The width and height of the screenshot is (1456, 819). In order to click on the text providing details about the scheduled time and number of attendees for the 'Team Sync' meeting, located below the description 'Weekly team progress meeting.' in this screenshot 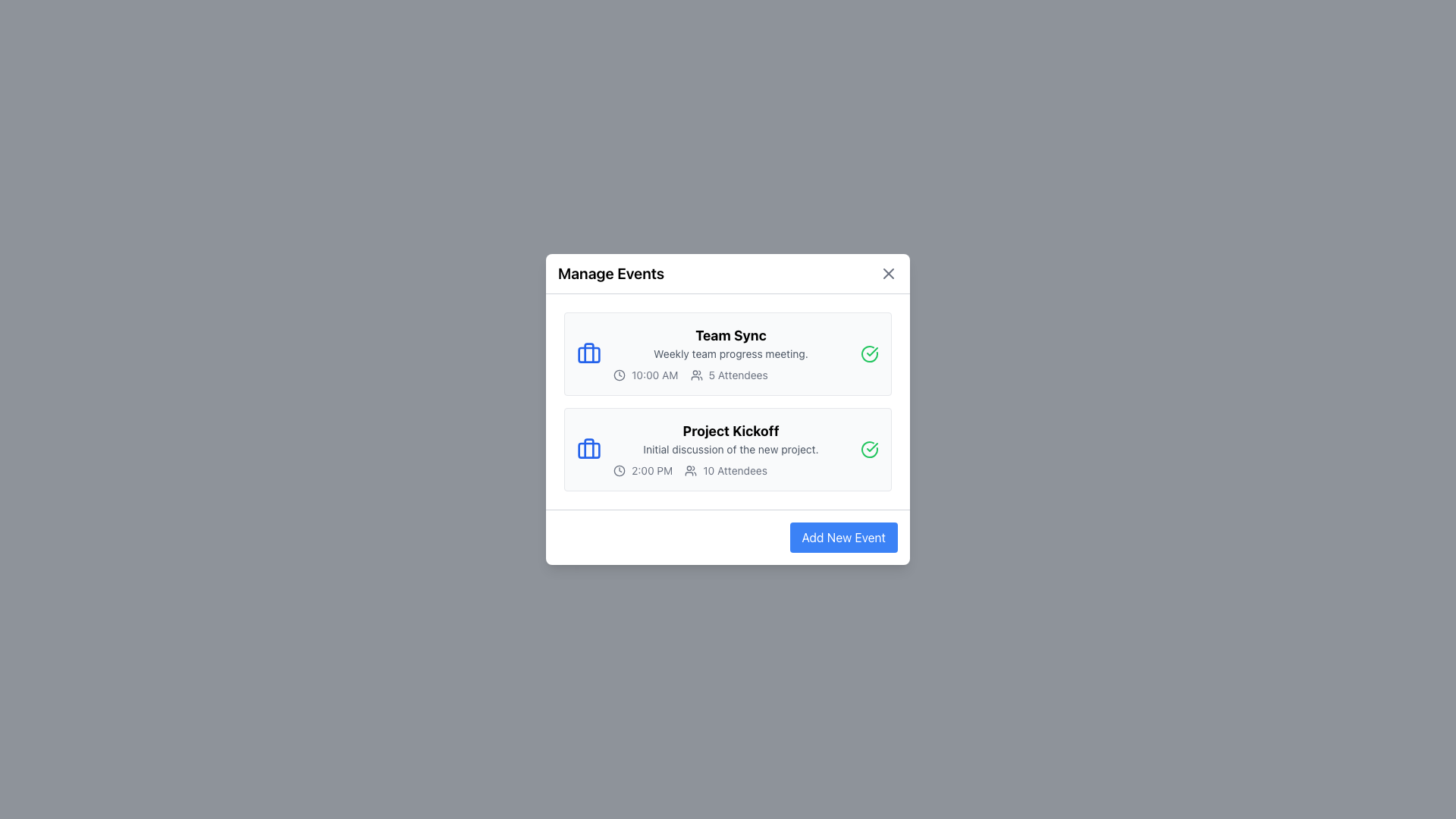, I will do `click(731, 375)`.